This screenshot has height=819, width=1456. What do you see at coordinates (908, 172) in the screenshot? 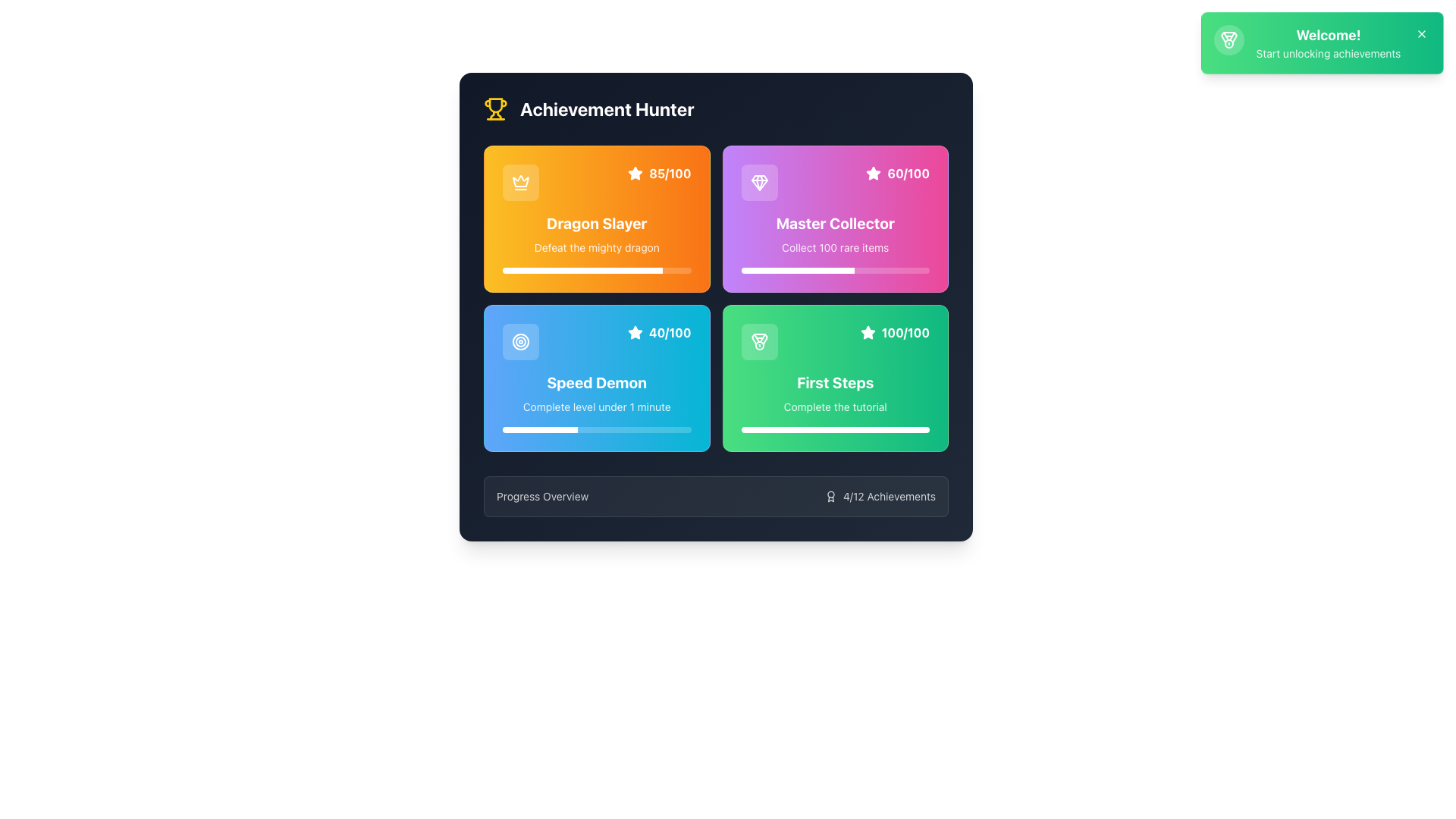
I see `the text label displaying '60/100' in bold white font on a pink background, located adjacent to a white star icon in the 'Master Collector' achievement card` at bounding box center [908, 172].